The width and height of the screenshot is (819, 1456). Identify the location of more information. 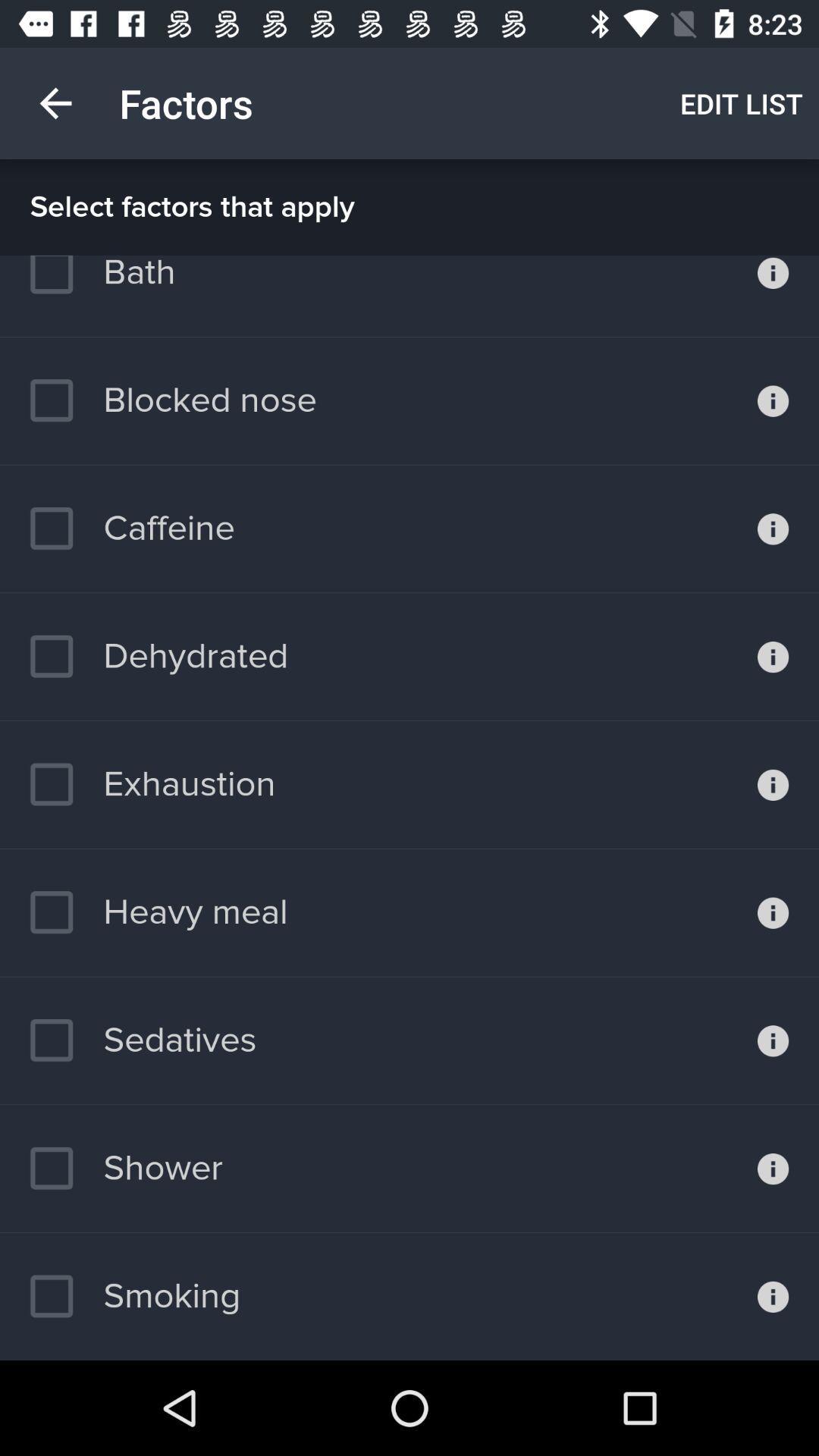
(773, 1295).